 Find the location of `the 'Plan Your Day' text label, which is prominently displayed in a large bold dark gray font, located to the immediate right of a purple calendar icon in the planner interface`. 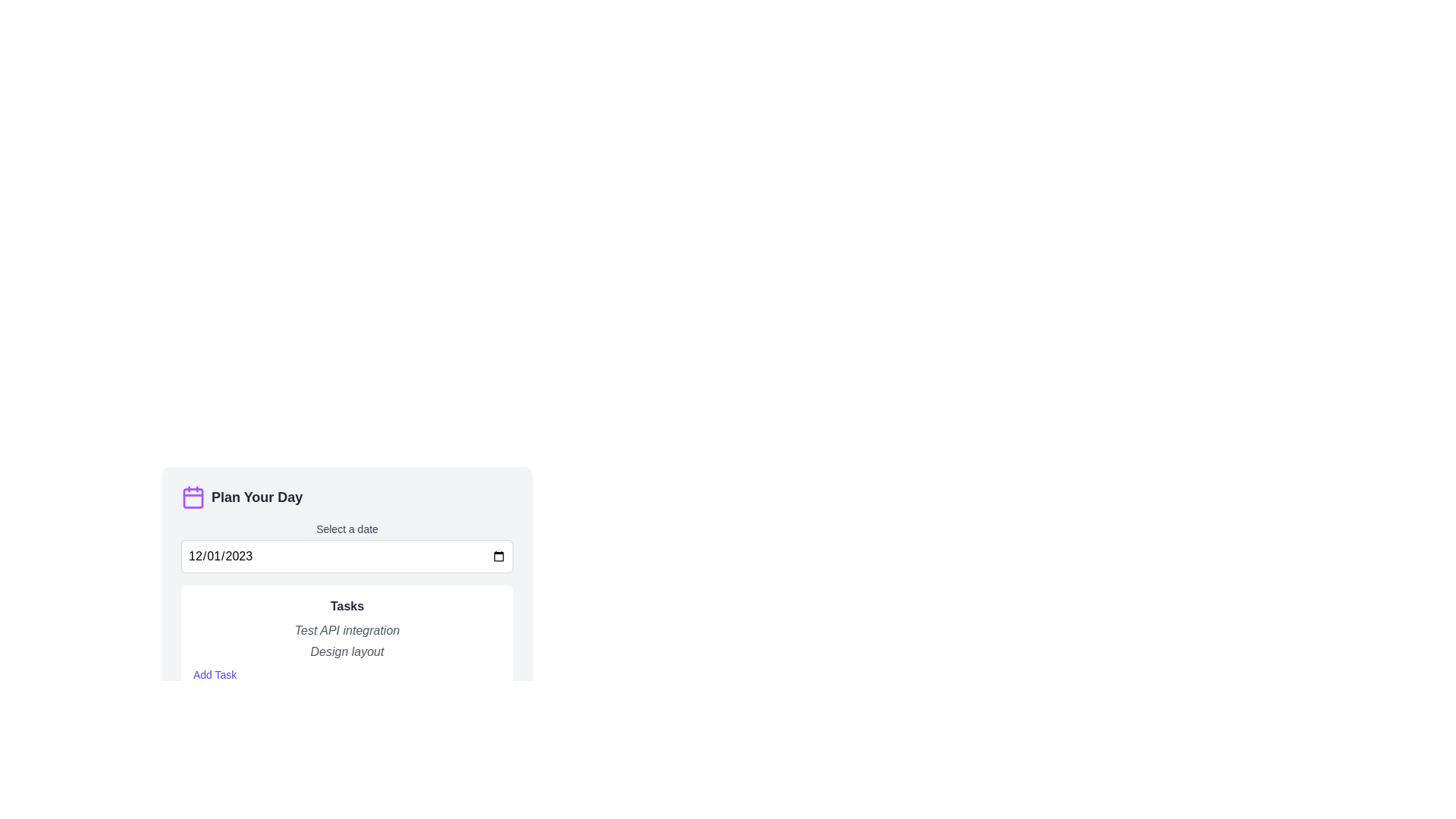

the 'Plan Your Day' text label, which is prominently displayed in a large bold dark gray font, located to the immediate right of a purple calendar icon in the planner interface is located at coordinates (257, 497).